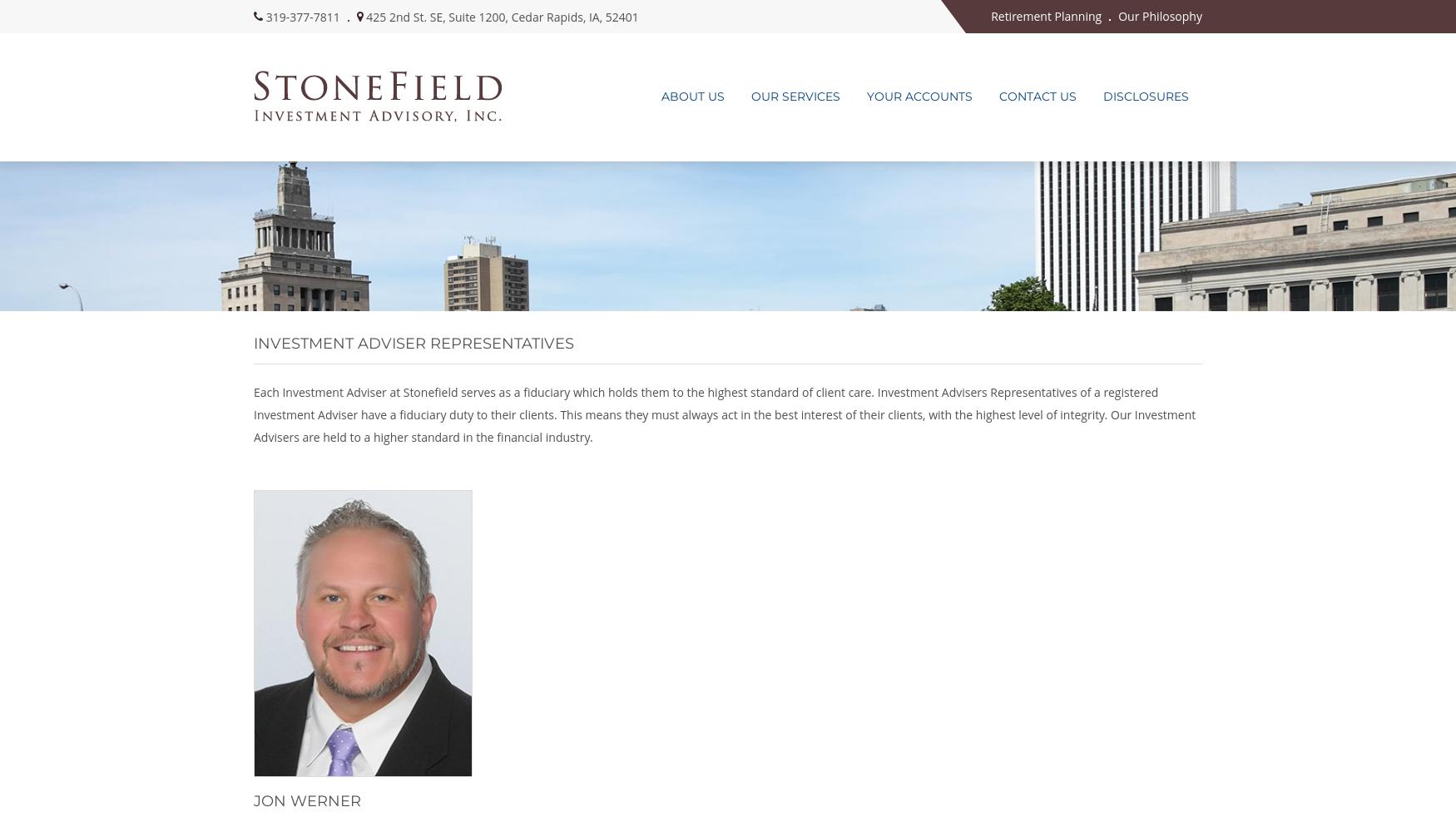  Describe the element at coordinates (265, 16) in the screenshot. I see `'319-377-7811'` at that location.